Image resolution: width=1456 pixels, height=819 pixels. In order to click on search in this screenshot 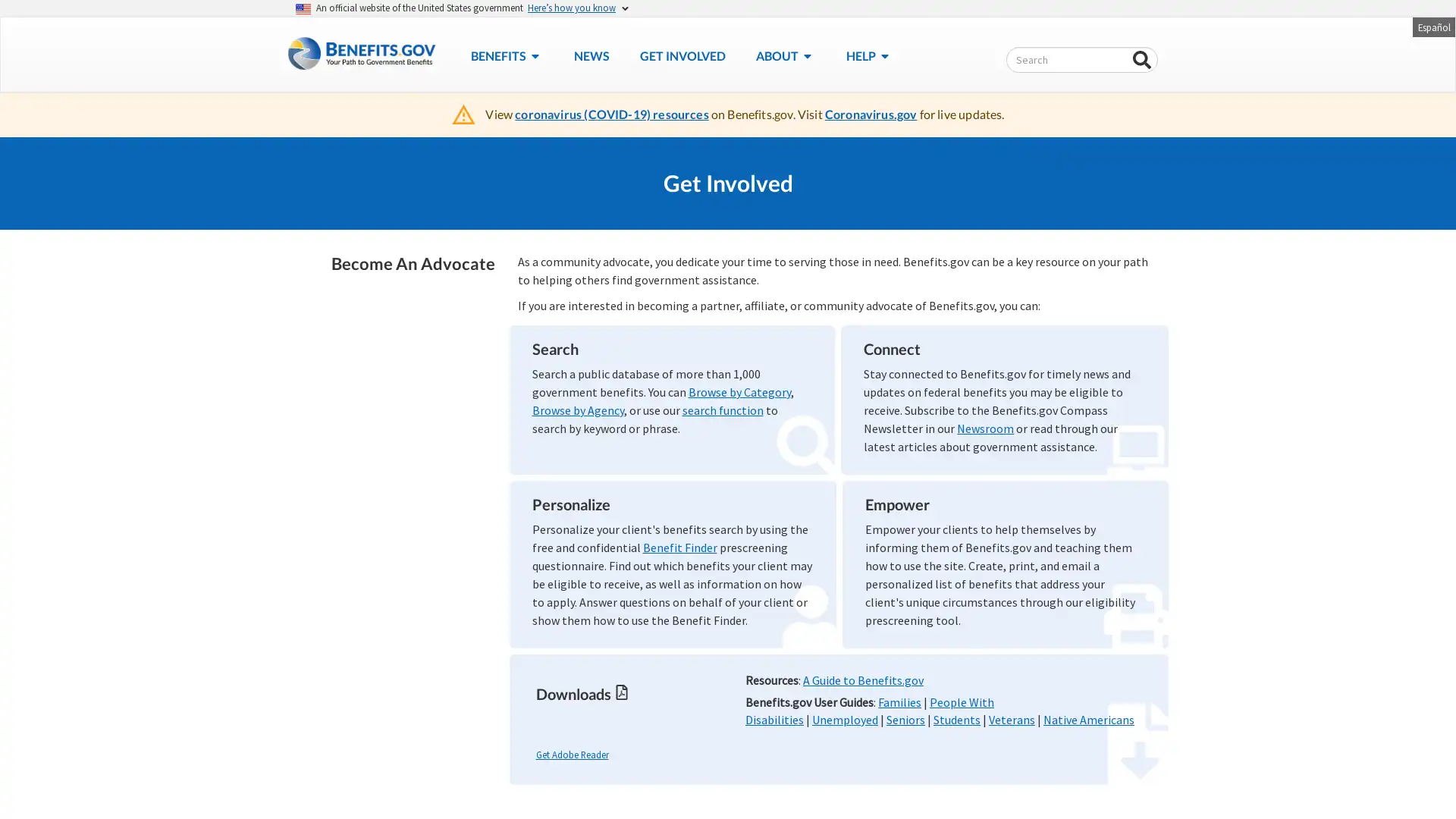, I will do `click(1142, 60)`.